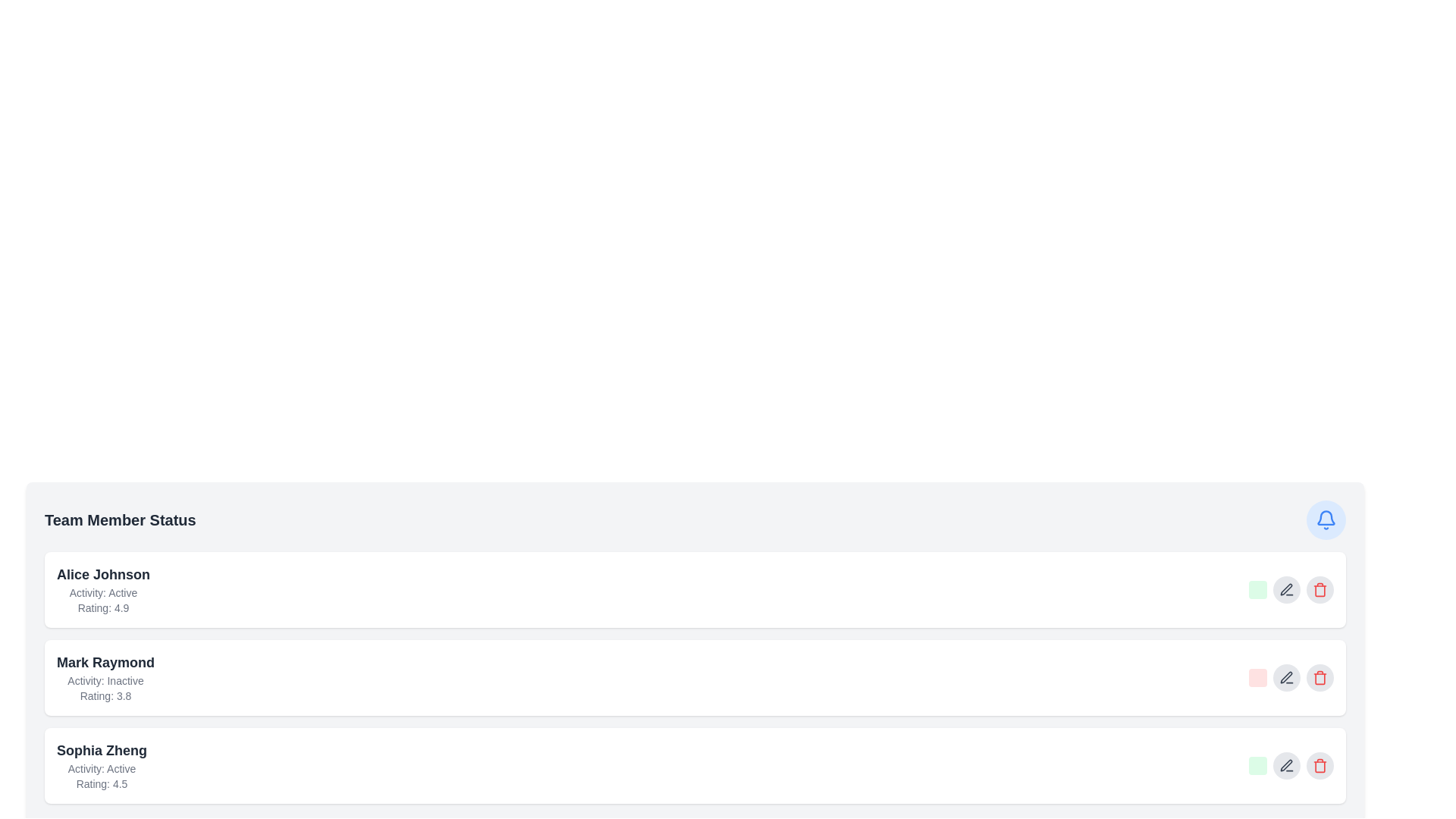 This screenshot has width=1456, height=819. Describe the element at coordinates (105, 677) in the screenshot. I see `the informational card displaying the name 'Mark Raymond' with activity status 'Inactive' and rating '3.8' in the 'Team Member Status' list` at that location.